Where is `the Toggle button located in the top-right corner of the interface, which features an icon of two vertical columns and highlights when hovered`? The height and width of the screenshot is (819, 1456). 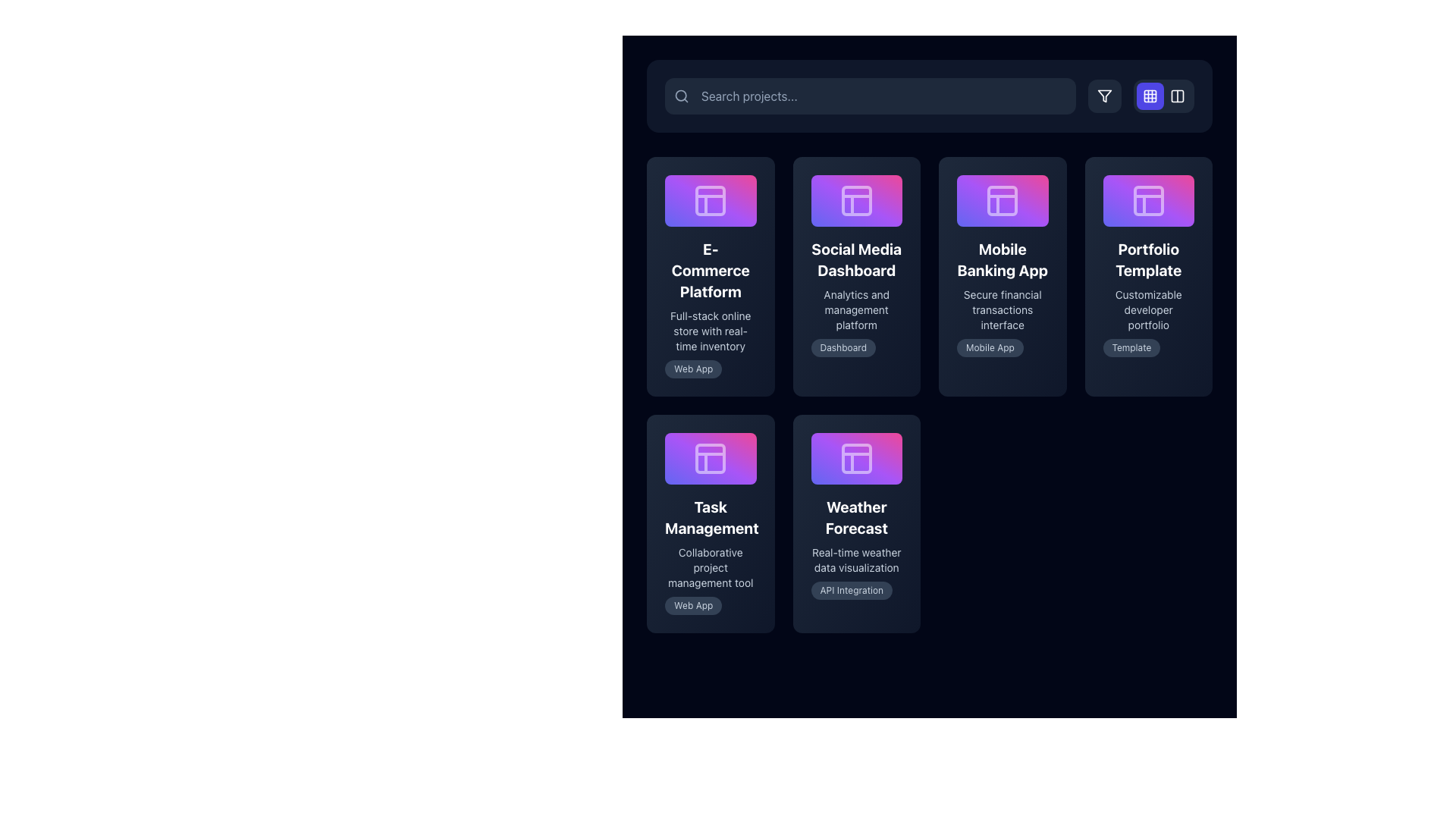
the Toggle button located in the top-right corner of the interface, which features an icon of two vertical columns and highlights when hovered is located at coordinates (1177, 96).